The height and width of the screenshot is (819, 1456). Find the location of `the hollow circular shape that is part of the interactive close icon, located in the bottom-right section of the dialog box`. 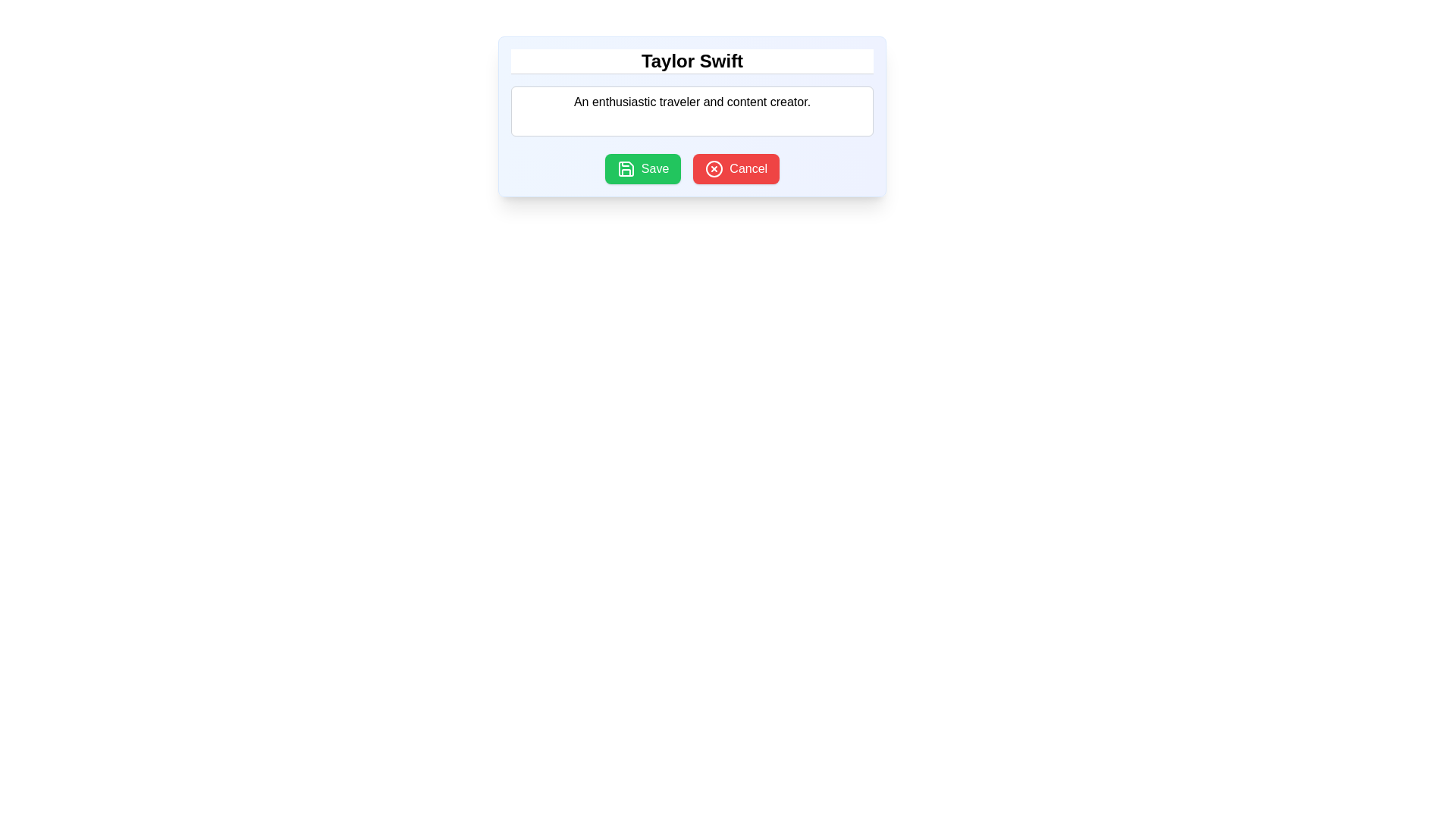

the hollow circular shape that is part of the interactive close icon, located in the bottom-right section of the dialog box is located at coordinates (714, 169).